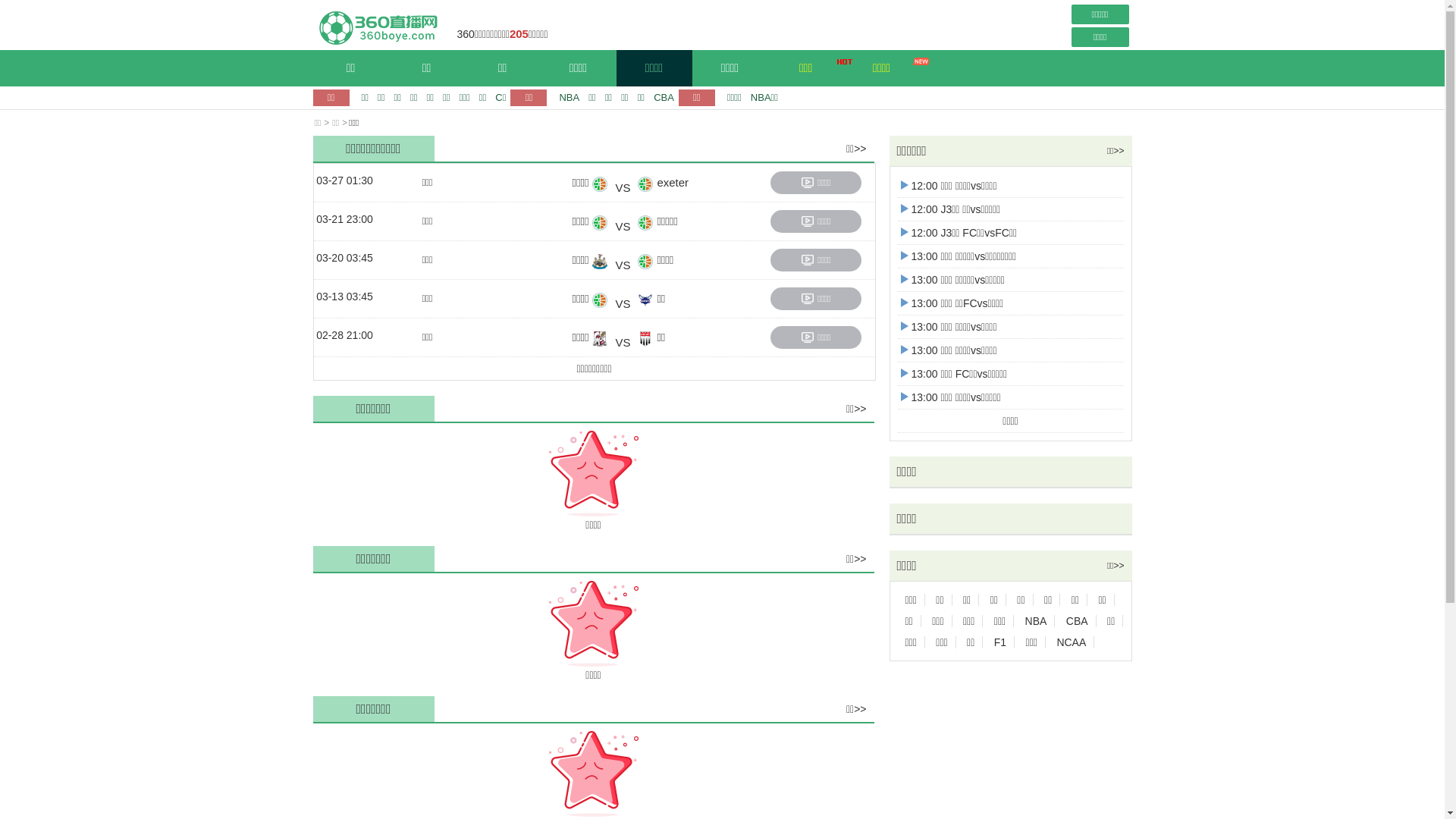 The width and height of the screenshot is (1456, 819). I want to click on 'exeter', so click(694, 187).